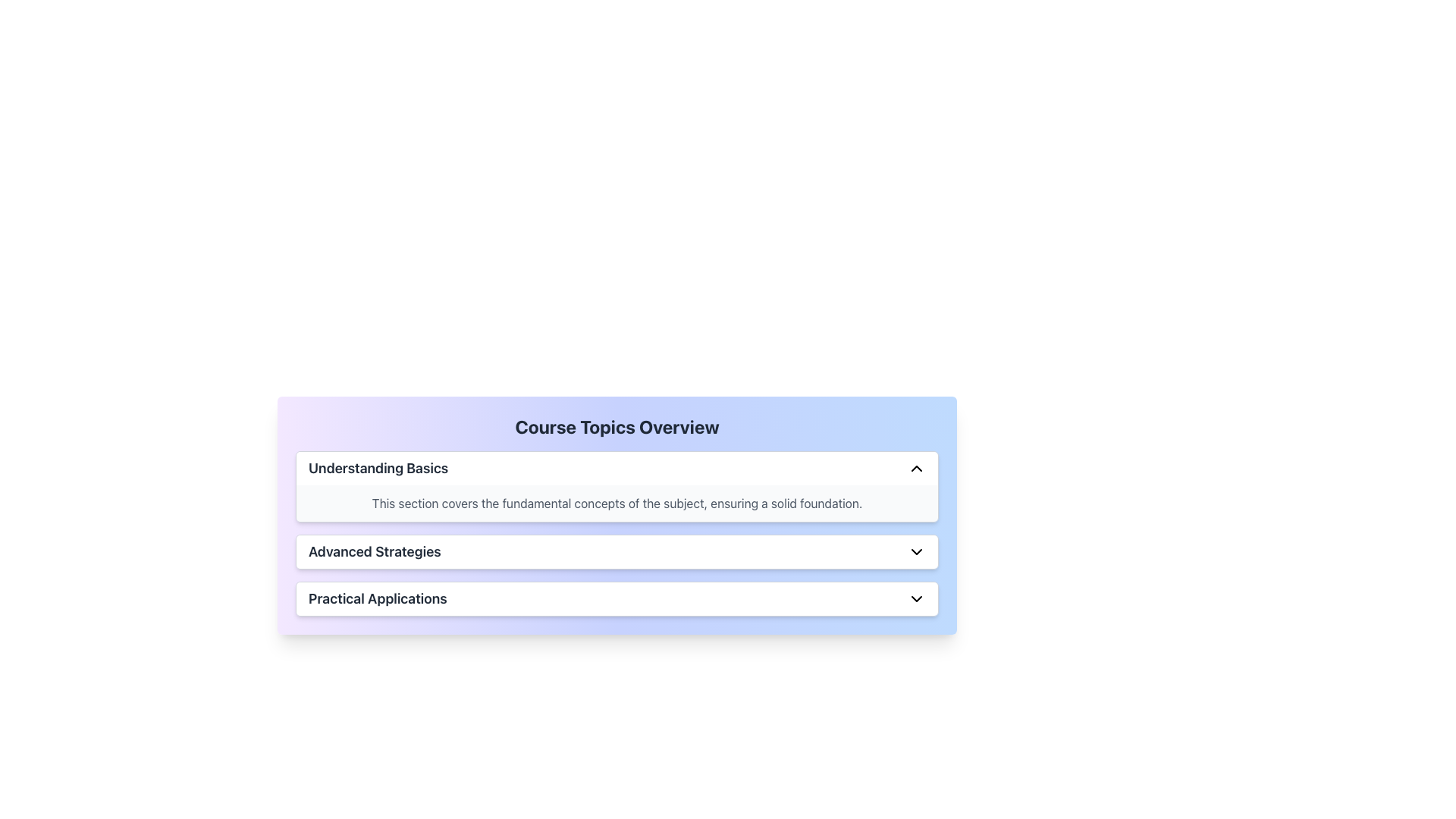 This screenshot has height=819, width=1456. Describe the element at coordinates (617, 467) in the screenshot. I see `the toggle button in the 'Course Topics Overview' section` at that location.